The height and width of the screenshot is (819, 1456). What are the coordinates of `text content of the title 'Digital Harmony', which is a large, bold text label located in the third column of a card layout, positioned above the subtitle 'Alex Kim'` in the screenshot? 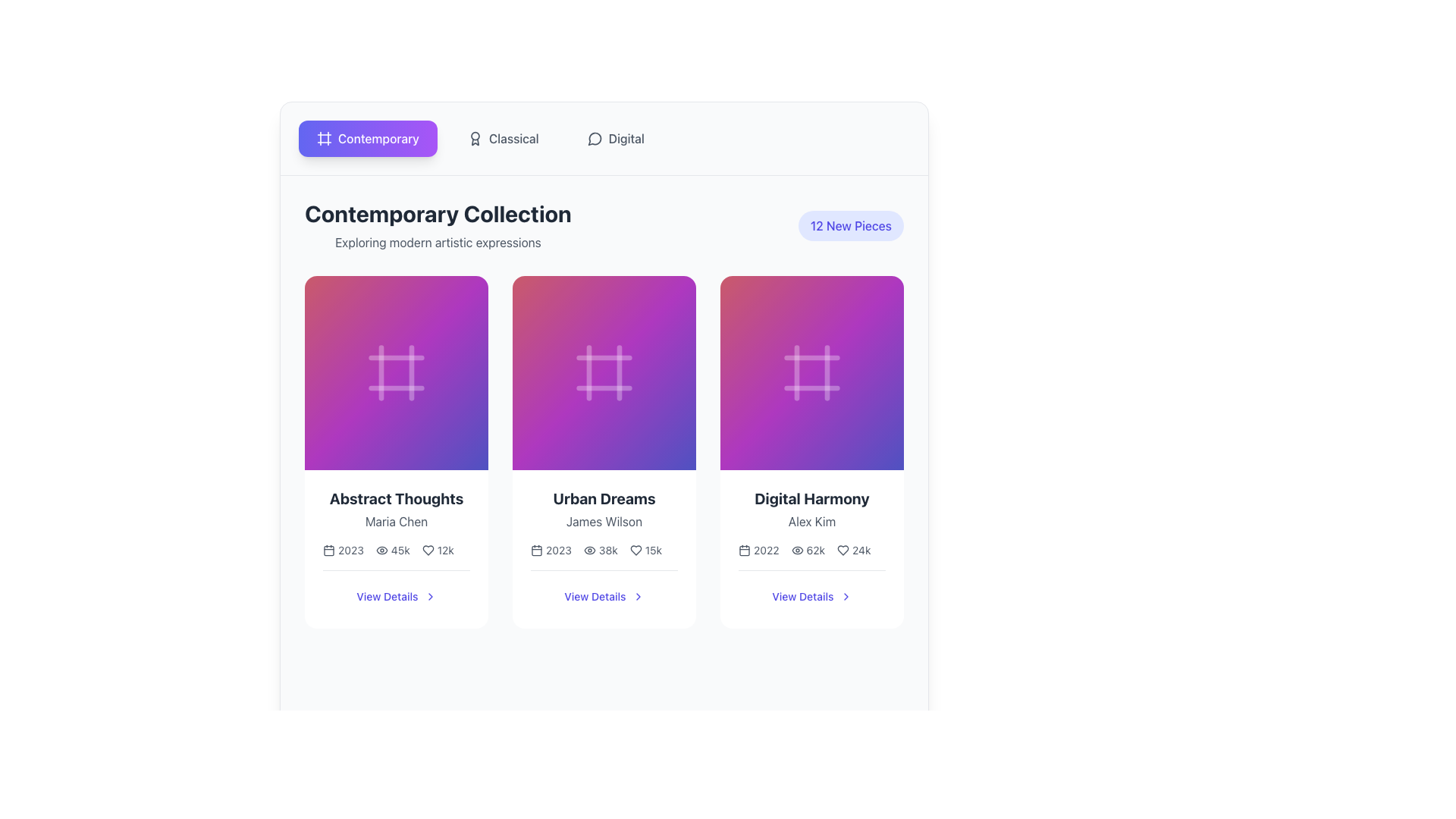 It's located at (811, 499).